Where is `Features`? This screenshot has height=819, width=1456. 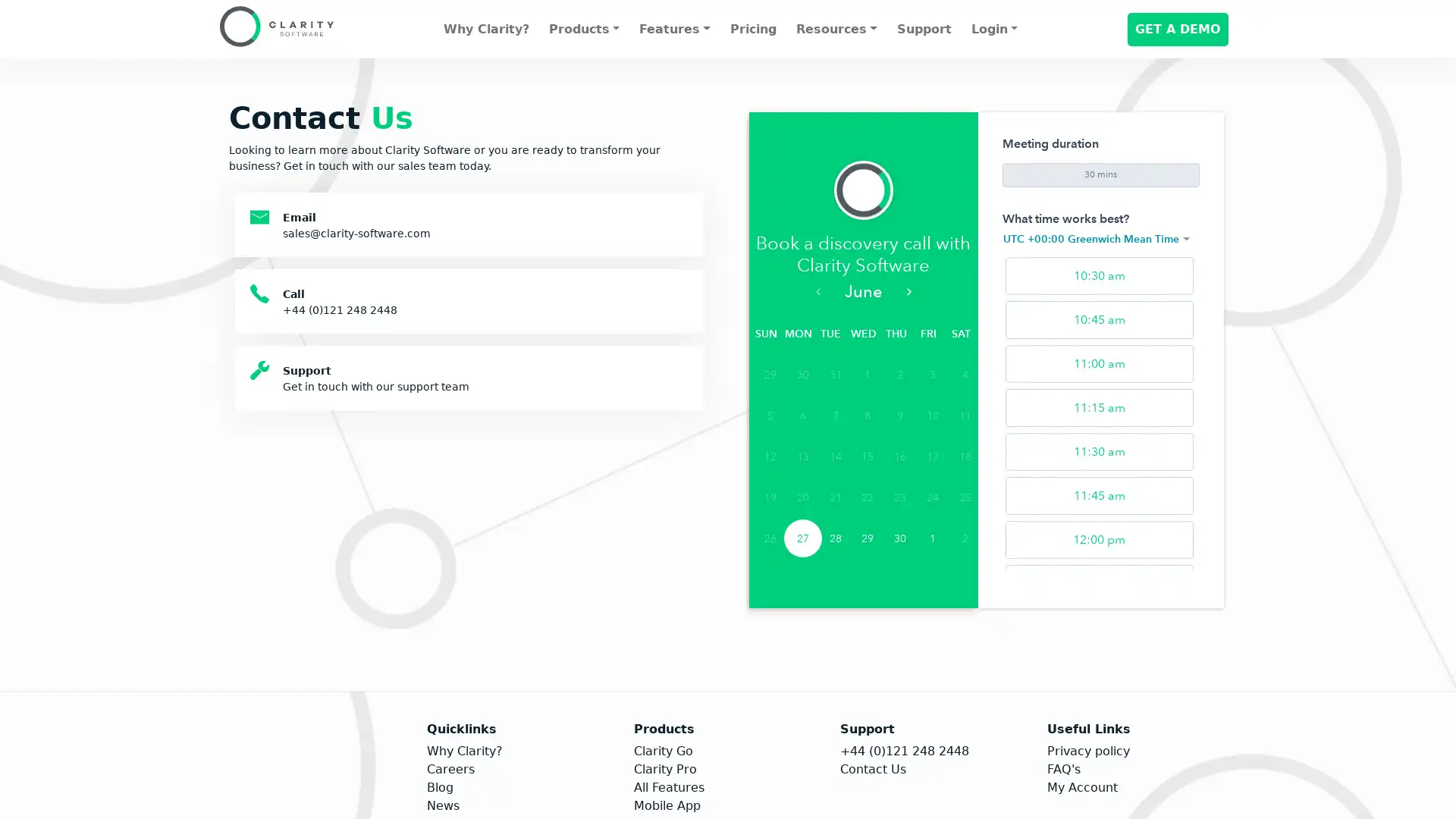
Features is located at coordinates (673, 29).